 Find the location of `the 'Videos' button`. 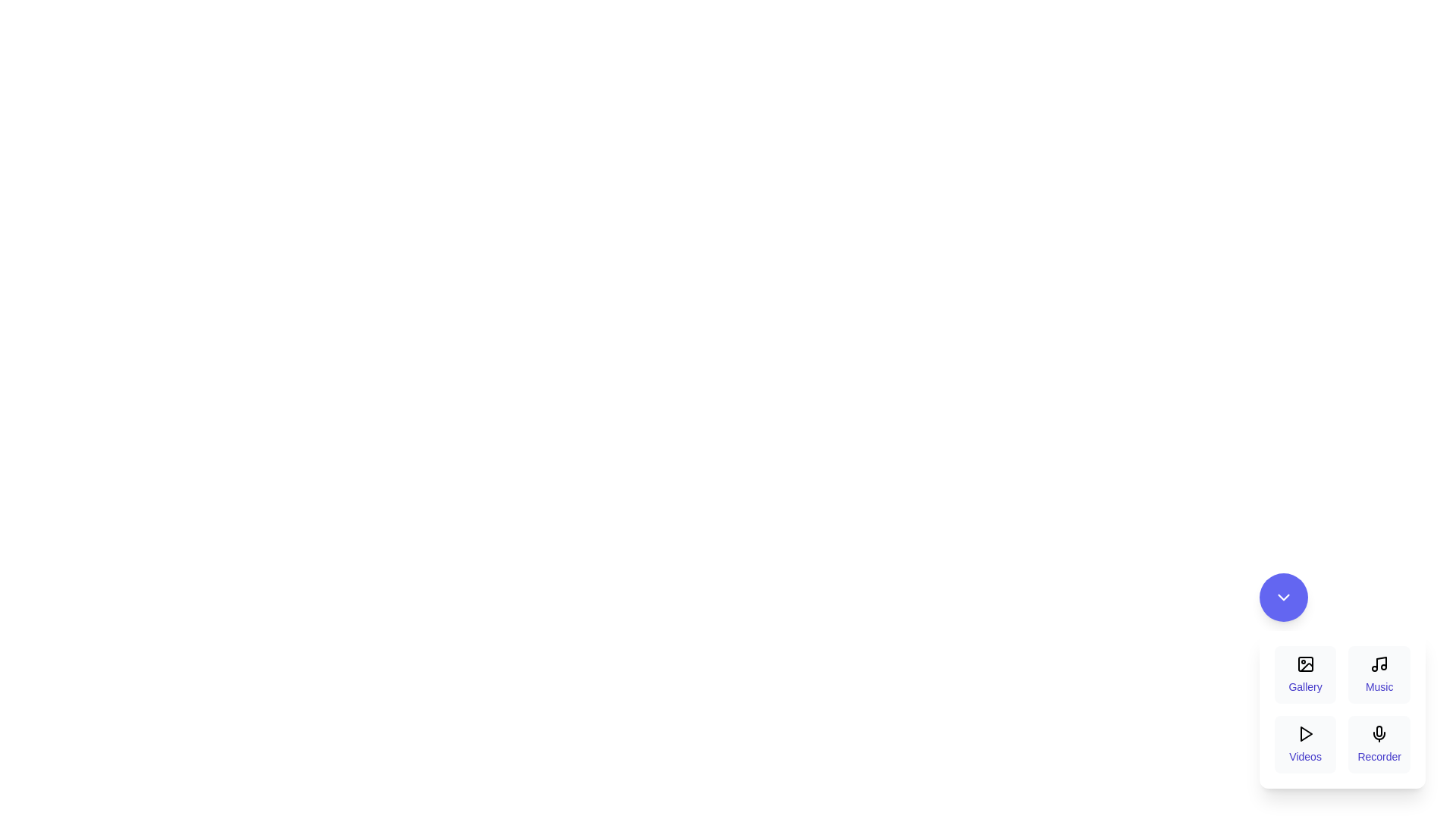

the 'Videos' button is located at coordinates (1304, 744).